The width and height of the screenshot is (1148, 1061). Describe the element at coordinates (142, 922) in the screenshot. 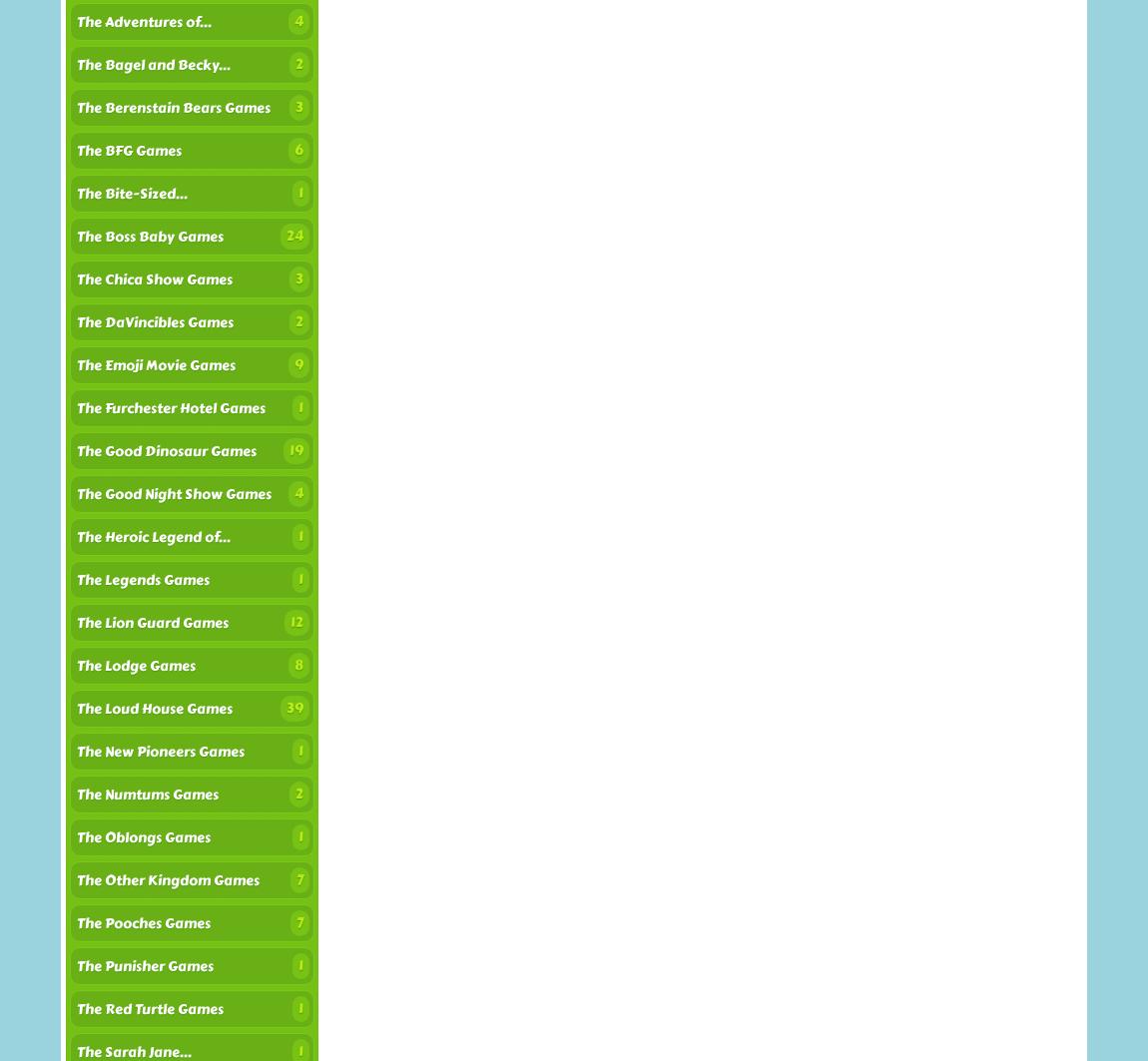

I see `'The Pooches Games'` at that location.